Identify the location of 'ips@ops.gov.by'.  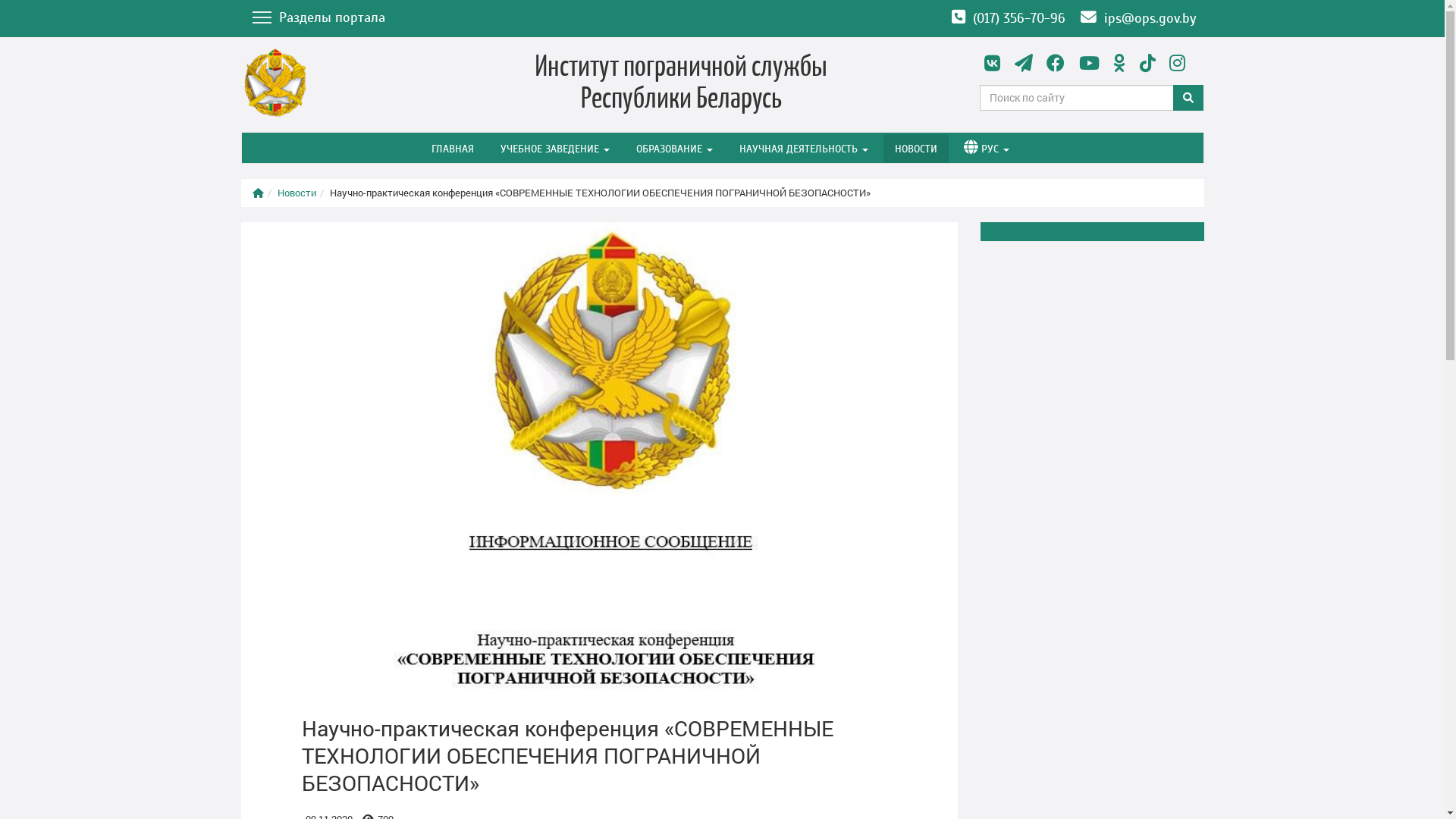
(1072, 18).